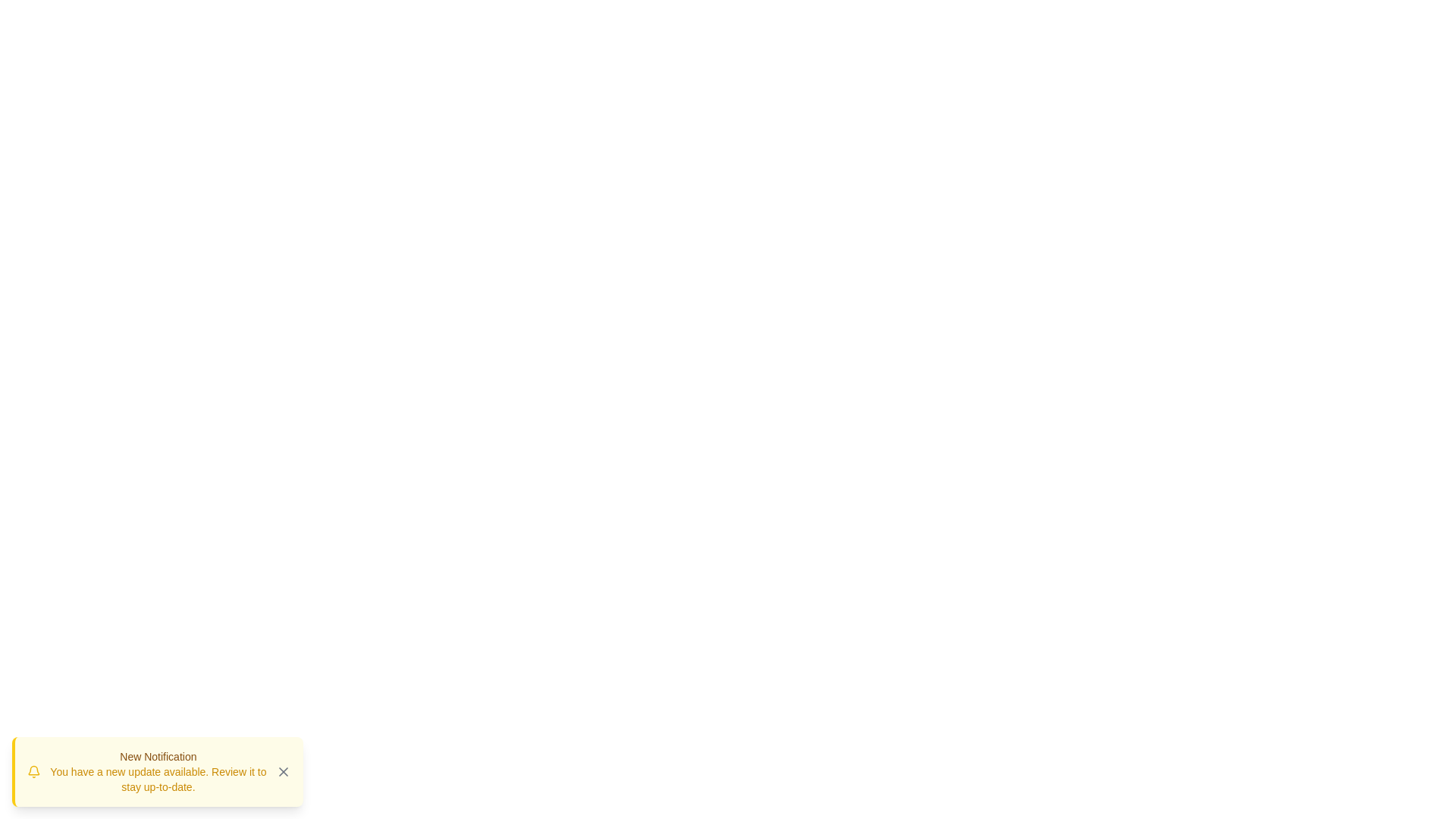  What do you see at coordinates (284, 772) in the screenshot?
I see `the Close Icon button located at the far right of the bottom-left corner notification box` at bounding box center [284, 772].